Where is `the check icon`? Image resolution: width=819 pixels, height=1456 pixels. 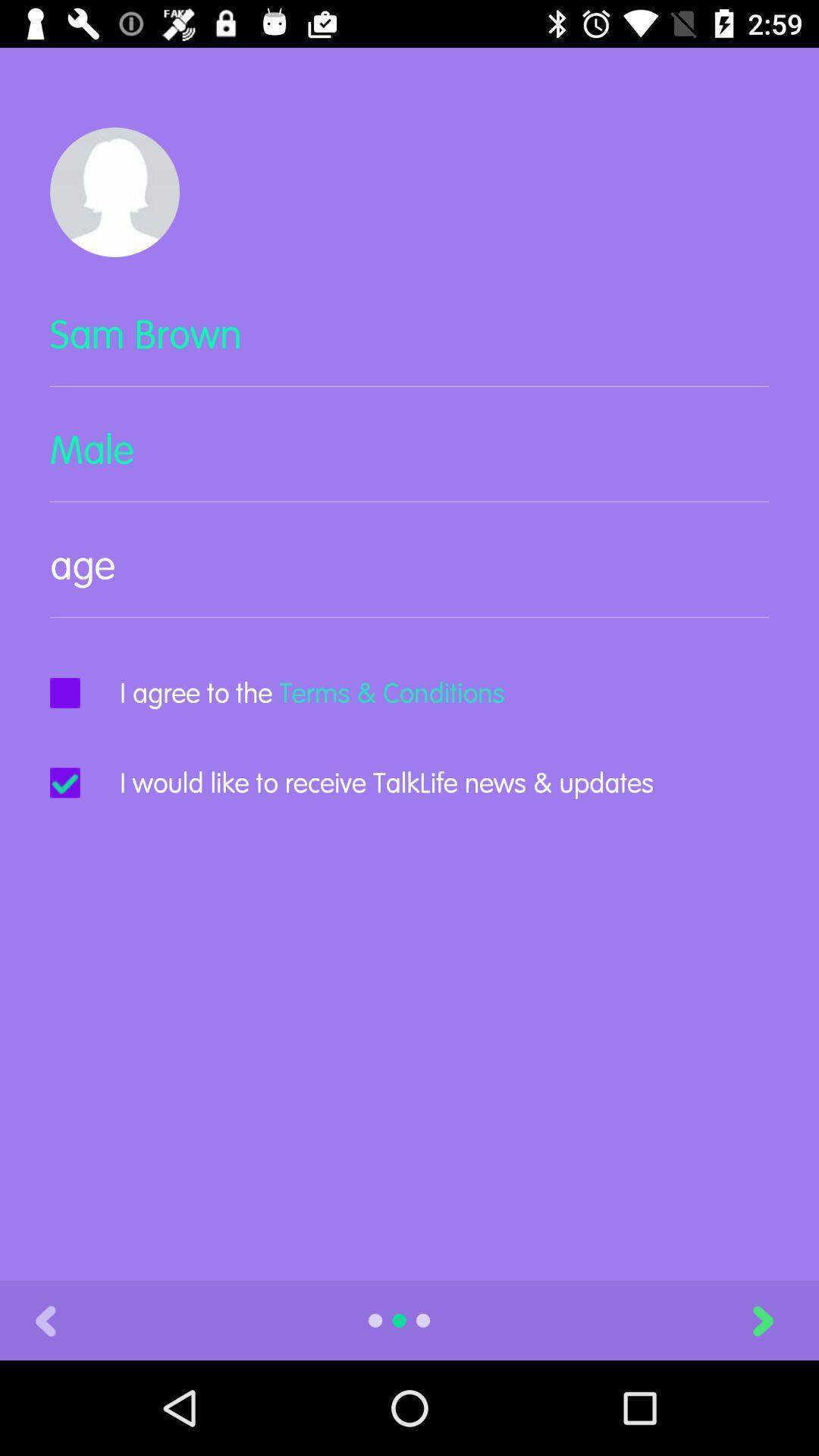
the check icon is located at coordinates (64, 783).